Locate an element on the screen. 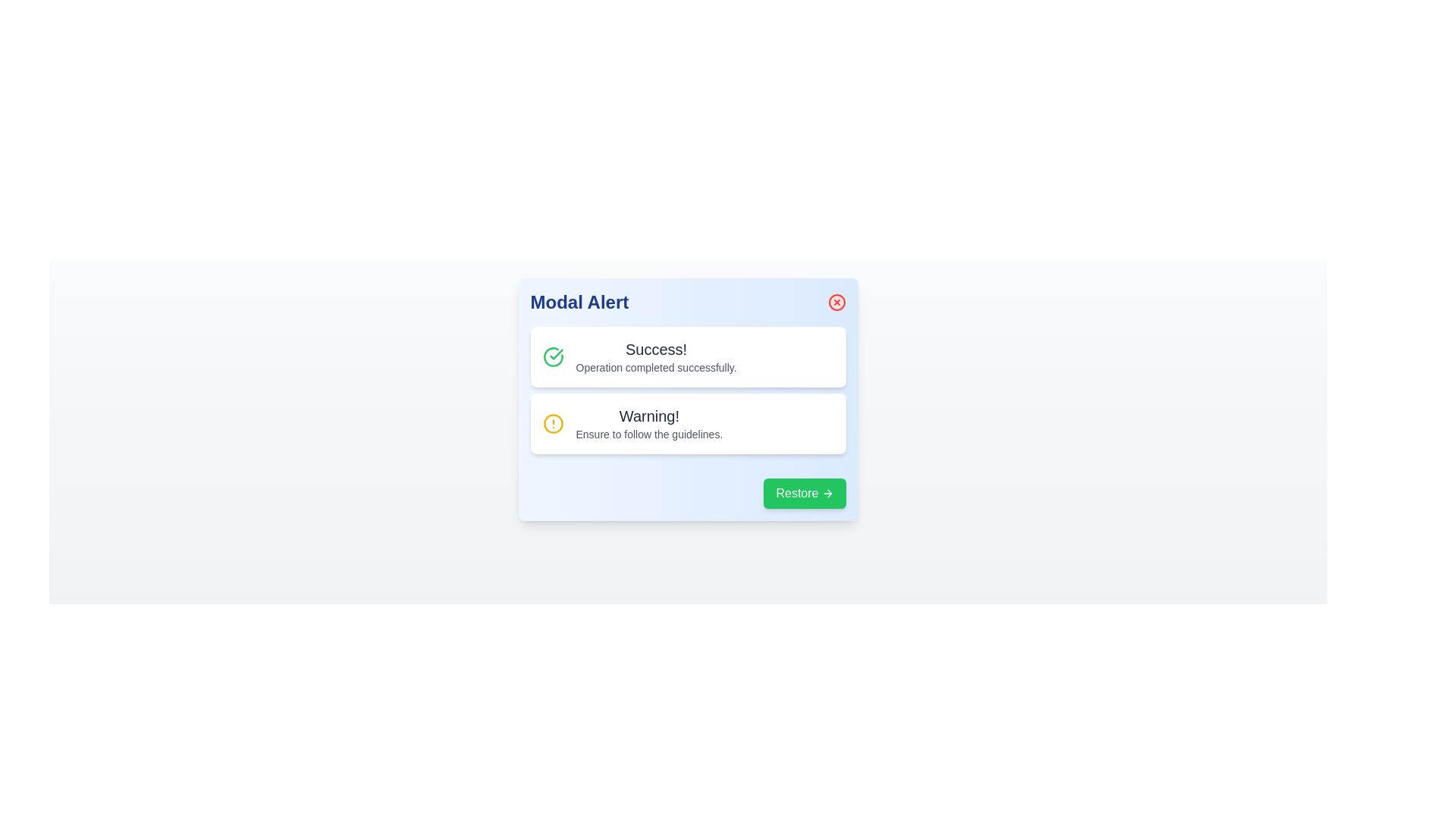 This screenshot has height=819, width=1456. the circular icon with a yellow border and white fill, part of a warning icon, located to the left of the text 'Warning! Ensure to follow the guidelines.' in the modal alert interface is located at coordinates (552, 424).